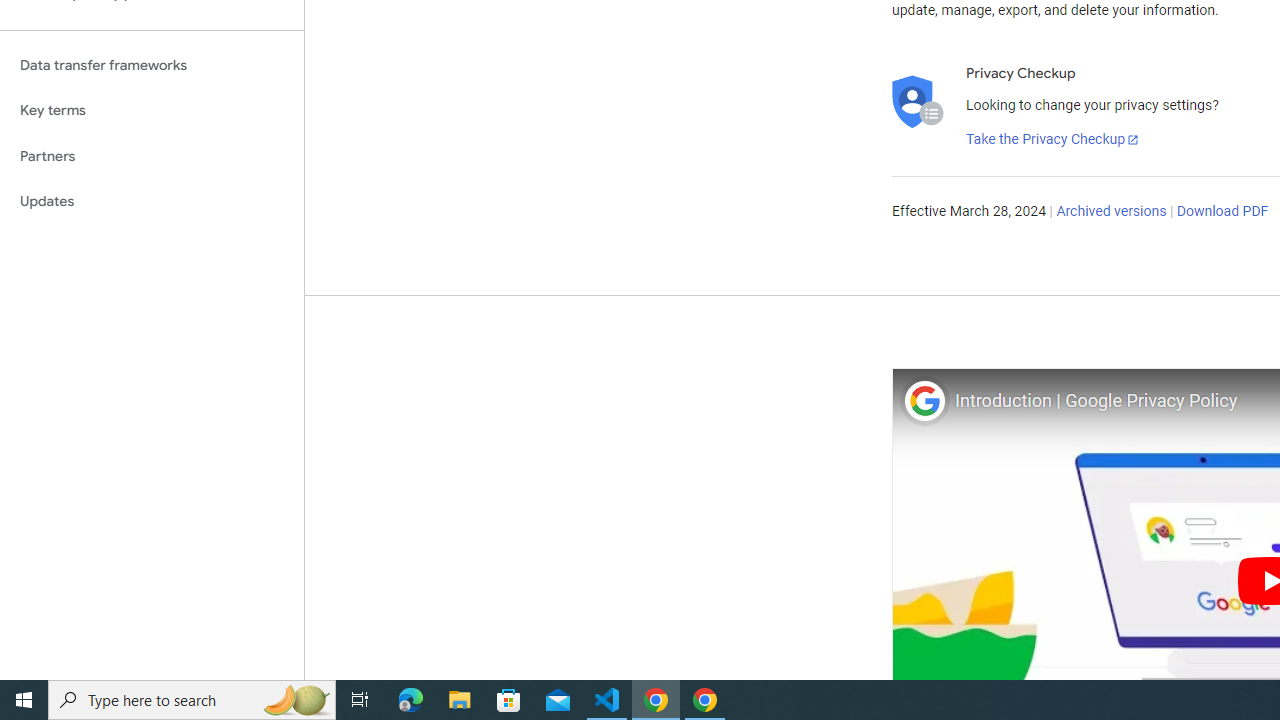 The width and height of the screenshot is (1280, 720). Describe the element at coordinates (923, 400) in the screenshot. I see `'Photo image of Google'` at that location.